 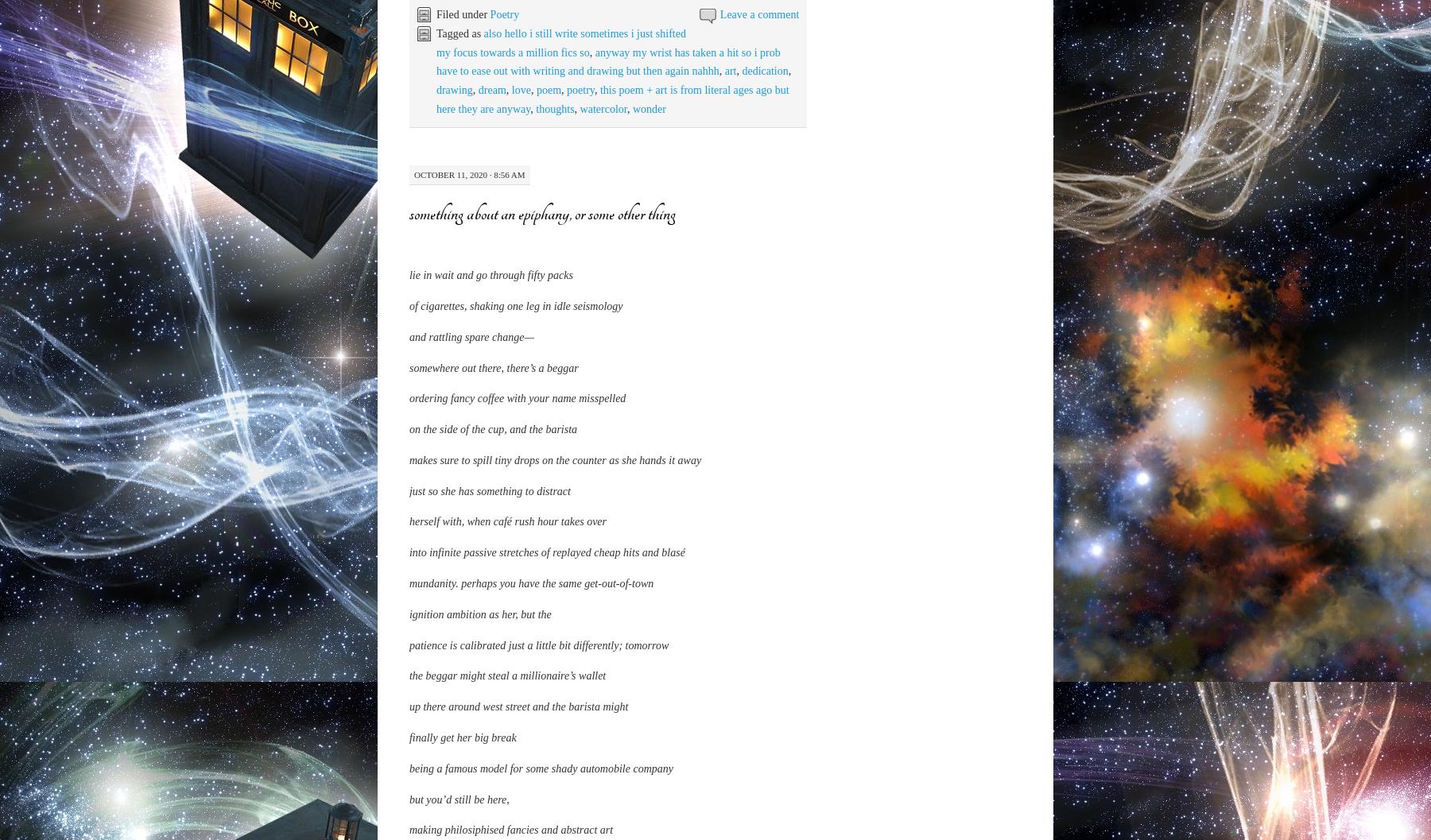 I want to click on 'anyway my wrist has taken a hit so i prob have to ease out with writing and drawing but then again nahhh', so click(x=607, y=60).